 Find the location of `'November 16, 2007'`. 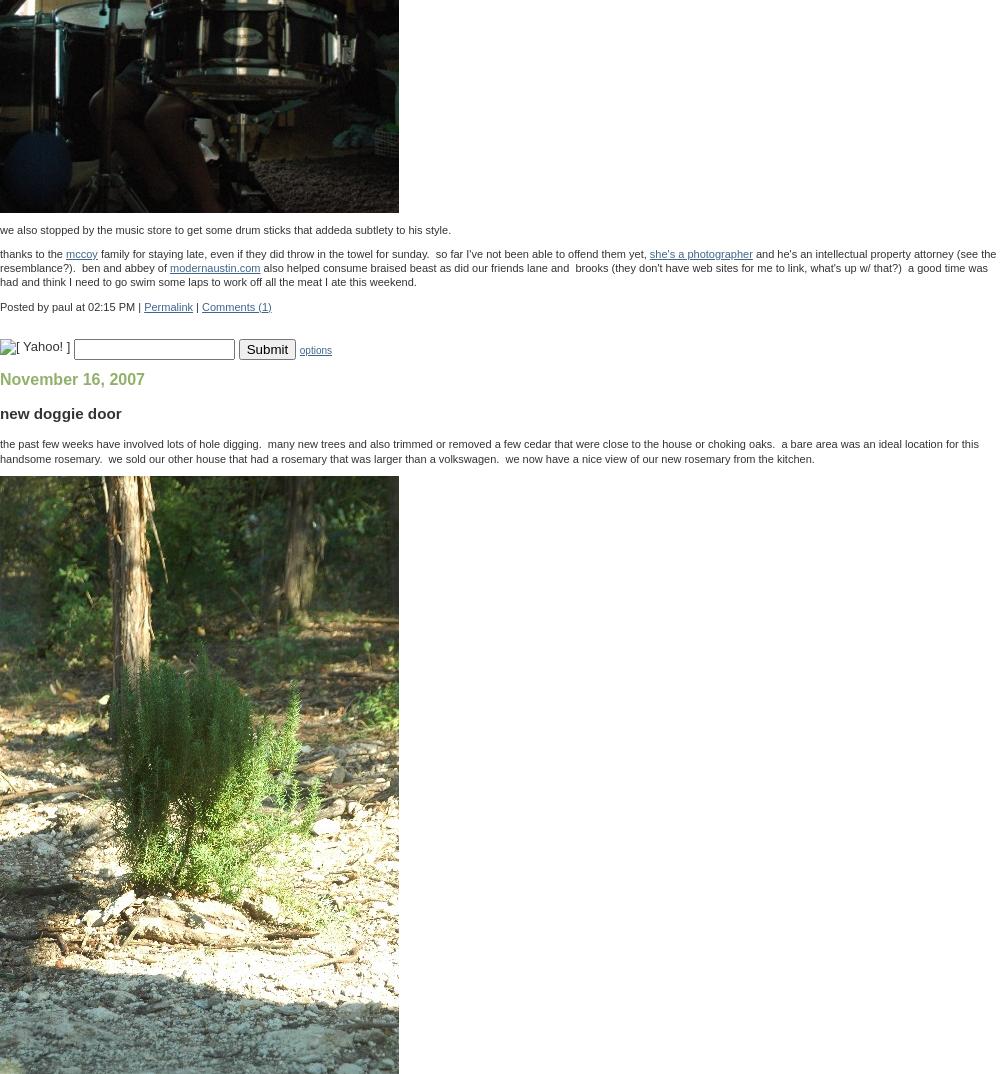

'November 16, 2007' is located at coordinates (71, 379).